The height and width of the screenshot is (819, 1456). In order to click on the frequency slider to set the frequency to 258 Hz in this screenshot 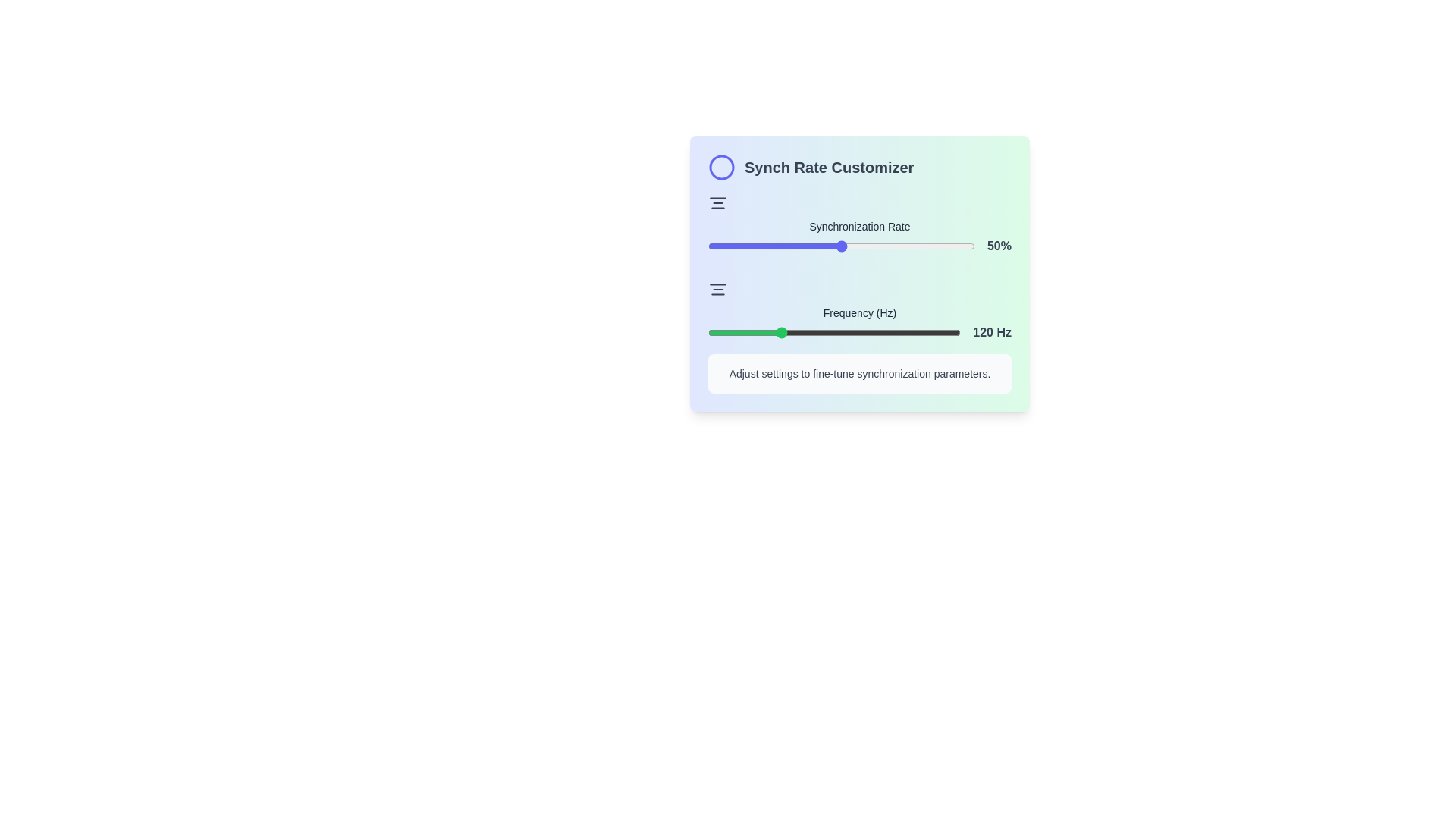, I will do `click(918, 332)`.